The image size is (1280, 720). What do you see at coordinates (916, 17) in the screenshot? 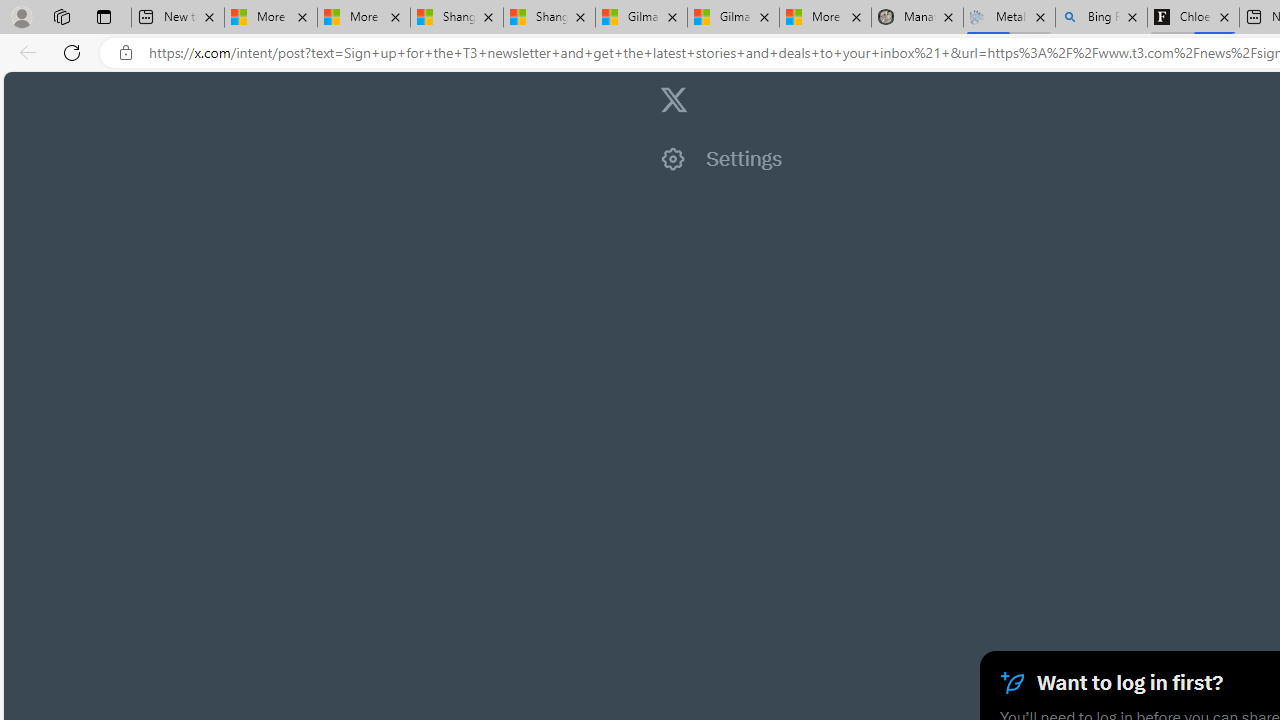
I see `'Manatee Mortality Statistics | FWC'` at bounding box center [916, 17].